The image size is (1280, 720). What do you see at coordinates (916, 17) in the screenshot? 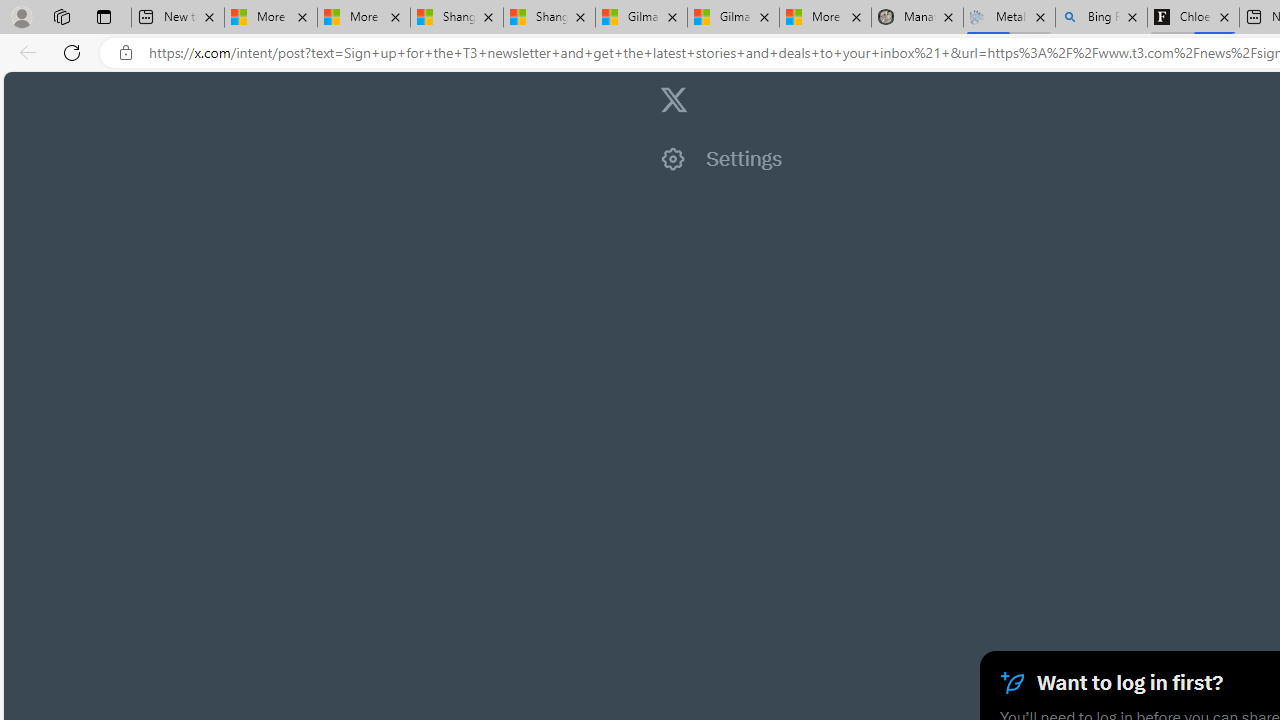
I see `'Manatee Mortality Statistics | FWC'` at bounding box center [916, 17].